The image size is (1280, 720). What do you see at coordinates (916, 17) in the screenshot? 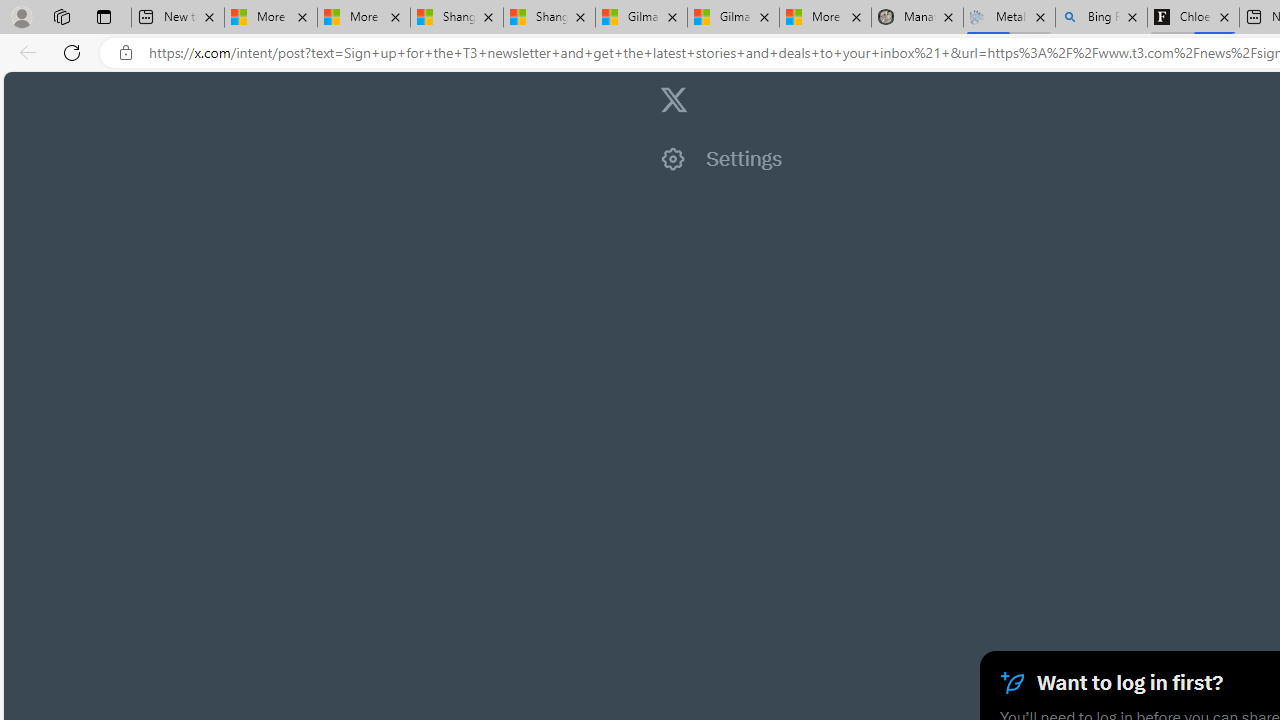
I see `'Manatee Mortality Statistics | FWC'` at bounding box center [916, 17].